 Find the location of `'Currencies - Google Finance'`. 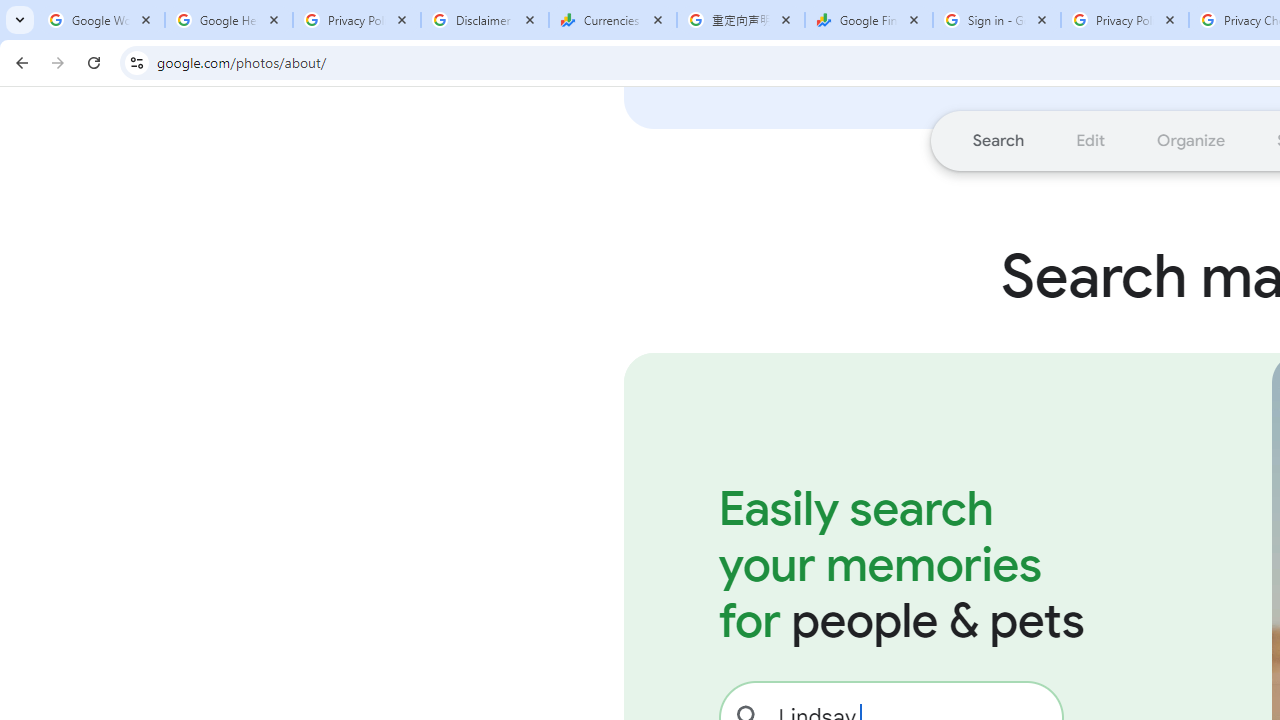

'Currencies - Google Finance' is located at coordinates (612, 20).